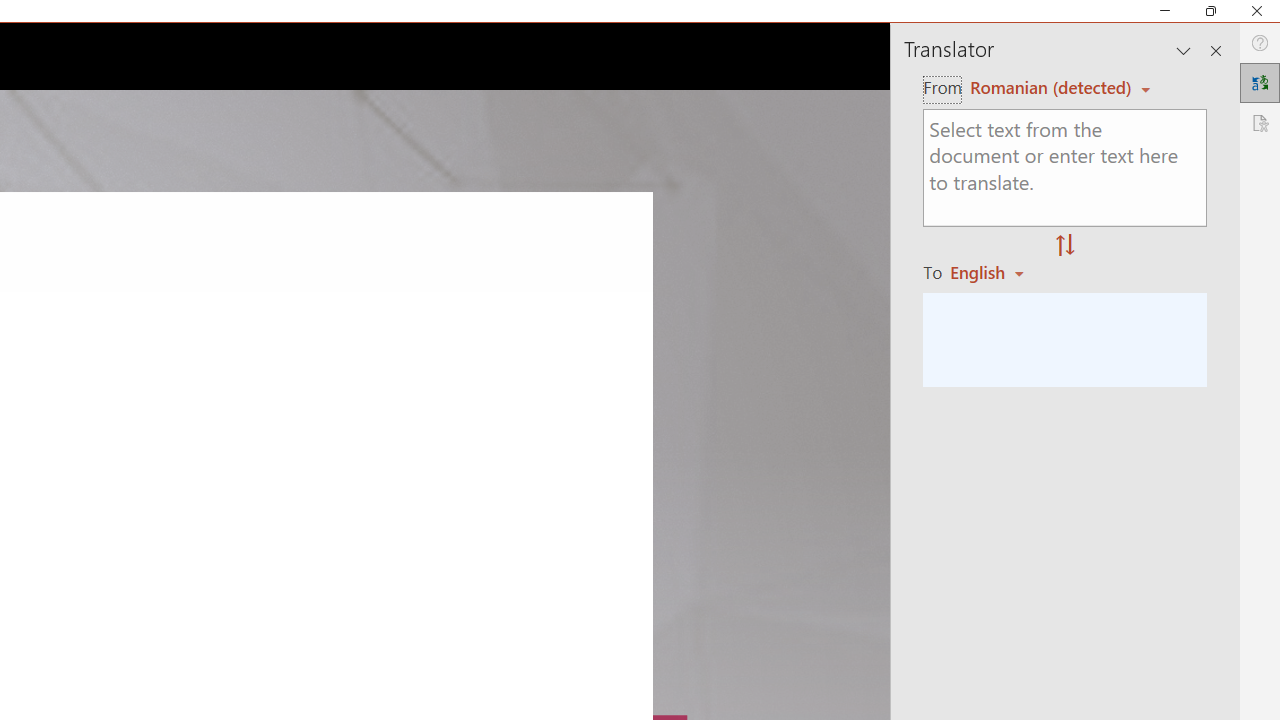 The image size is (1280, 720). What do you see at coordinates (1064, 244) in the screenshot?
I see `'Swap "from" and "to" languages.'` at bounding box center [1064, 244].